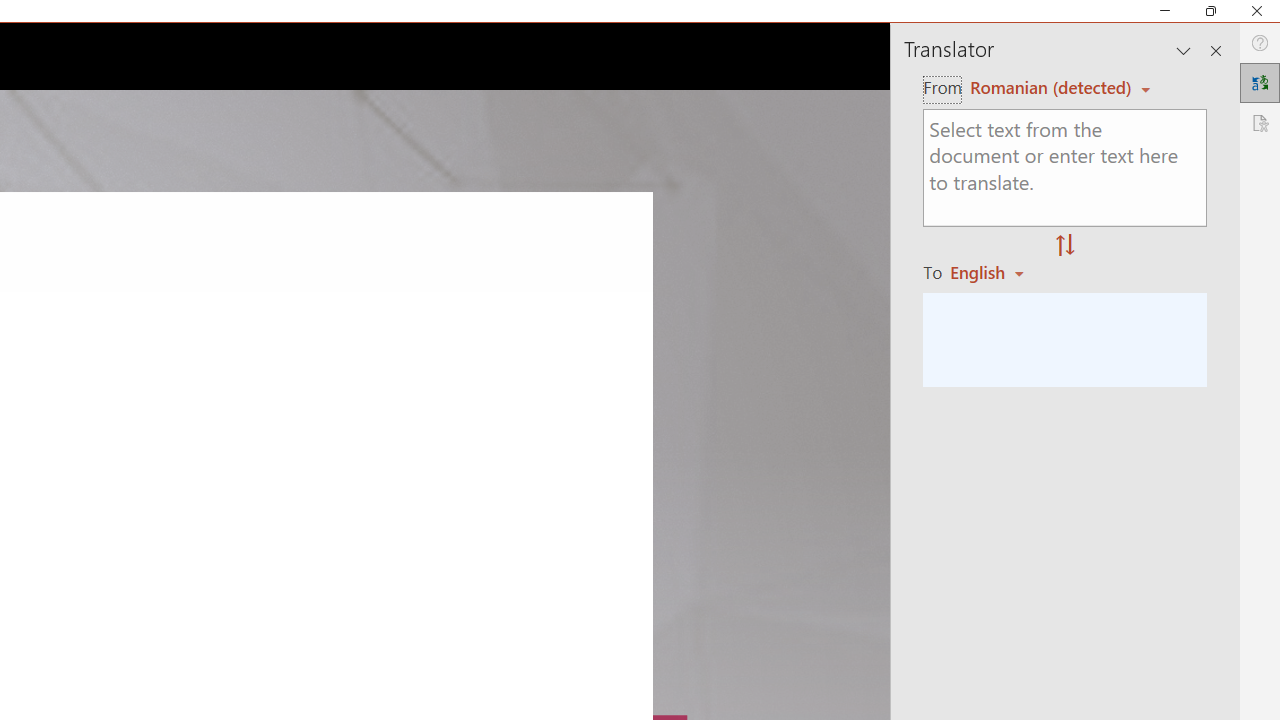 The image size is (1280, 720). What do you see at coordinates (1064, 244) in the screenshot?
I see `'Swap "from" and "to" languages.'` at bounding box center [1064, 244].